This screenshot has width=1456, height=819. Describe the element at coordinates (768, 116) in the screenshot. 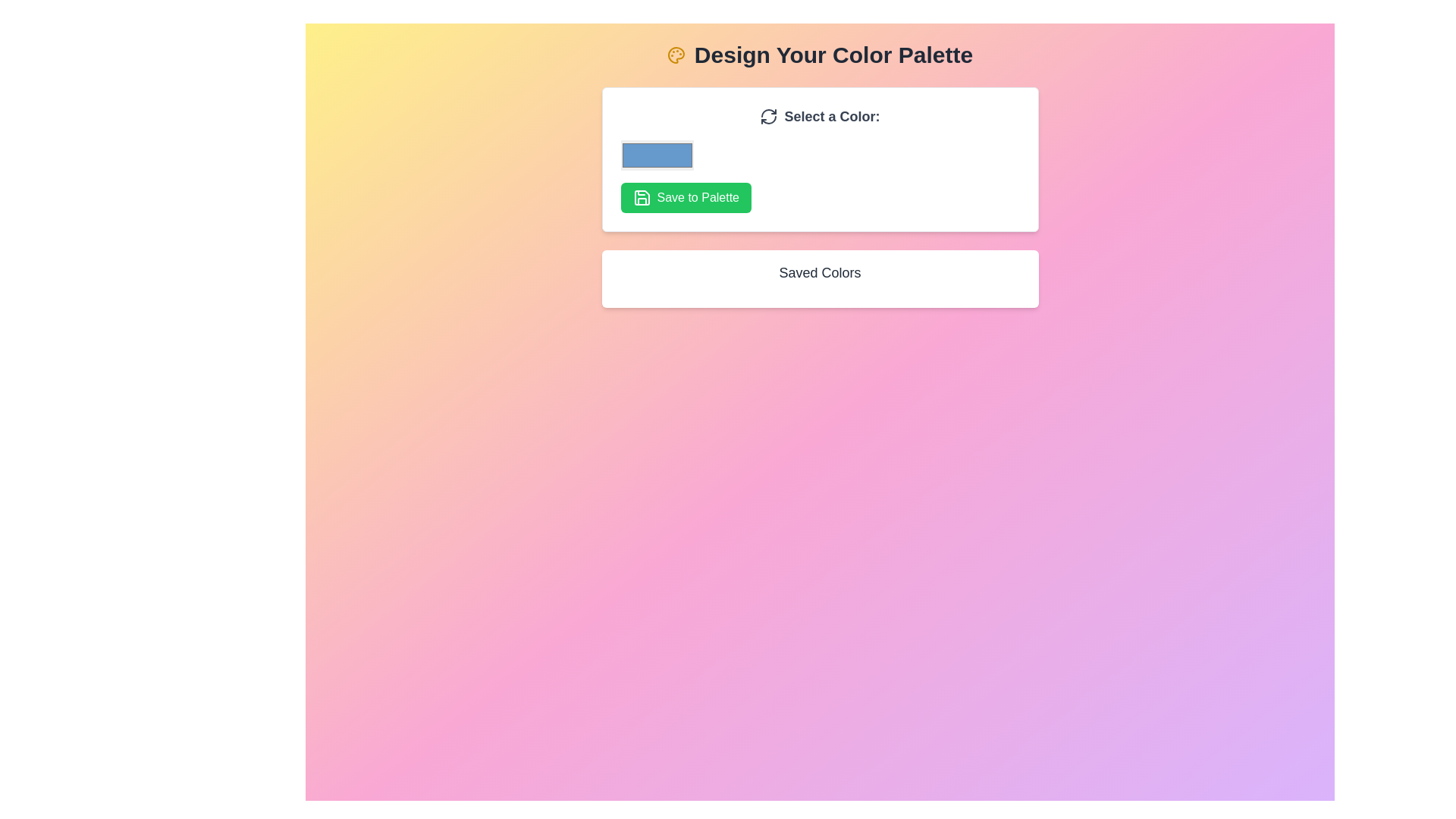

I see `the small circular refresh icon located immediately to the left of the 'Select a Color:' text in the 'Design Your Color Palette' section to reset the color selection` at that location.